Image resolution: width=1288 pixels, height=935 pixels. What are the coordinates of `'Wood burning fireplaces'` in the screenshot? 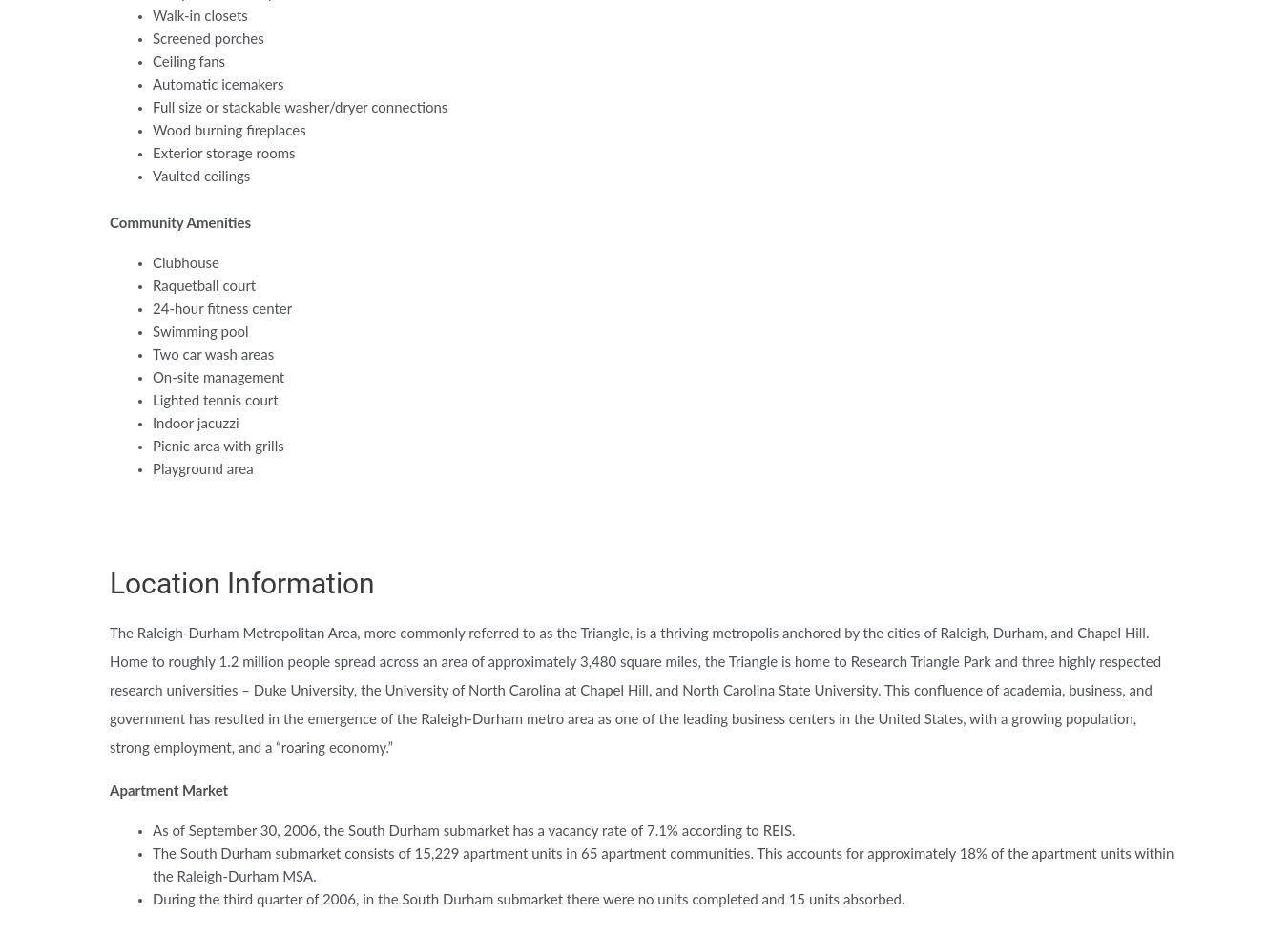 It's located at (228, 130).